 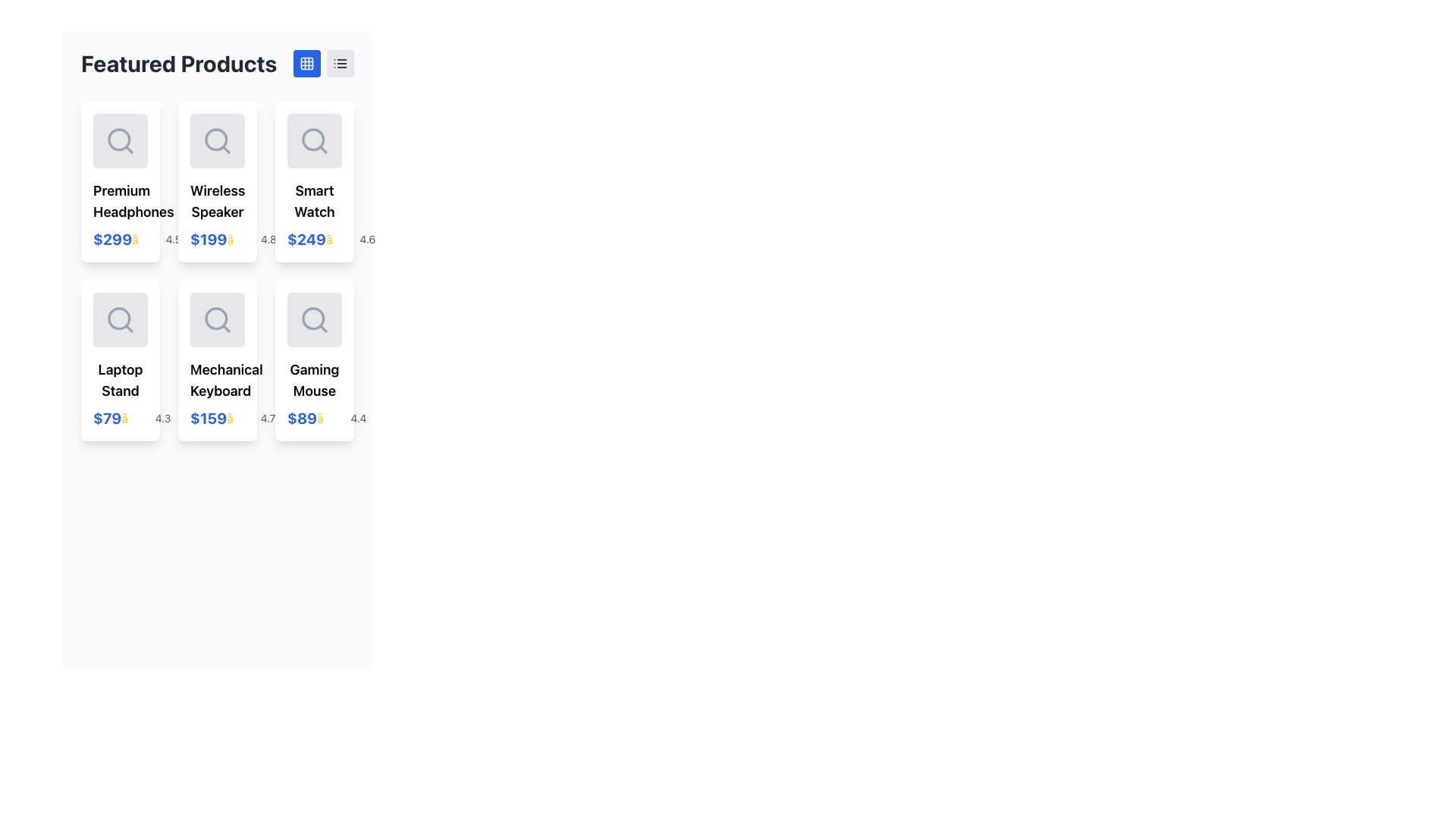 I want to click on the search icon located at the top of the 'Premium Headphones' product card in the 'Featured Products' section, so click(x=119, y=140).